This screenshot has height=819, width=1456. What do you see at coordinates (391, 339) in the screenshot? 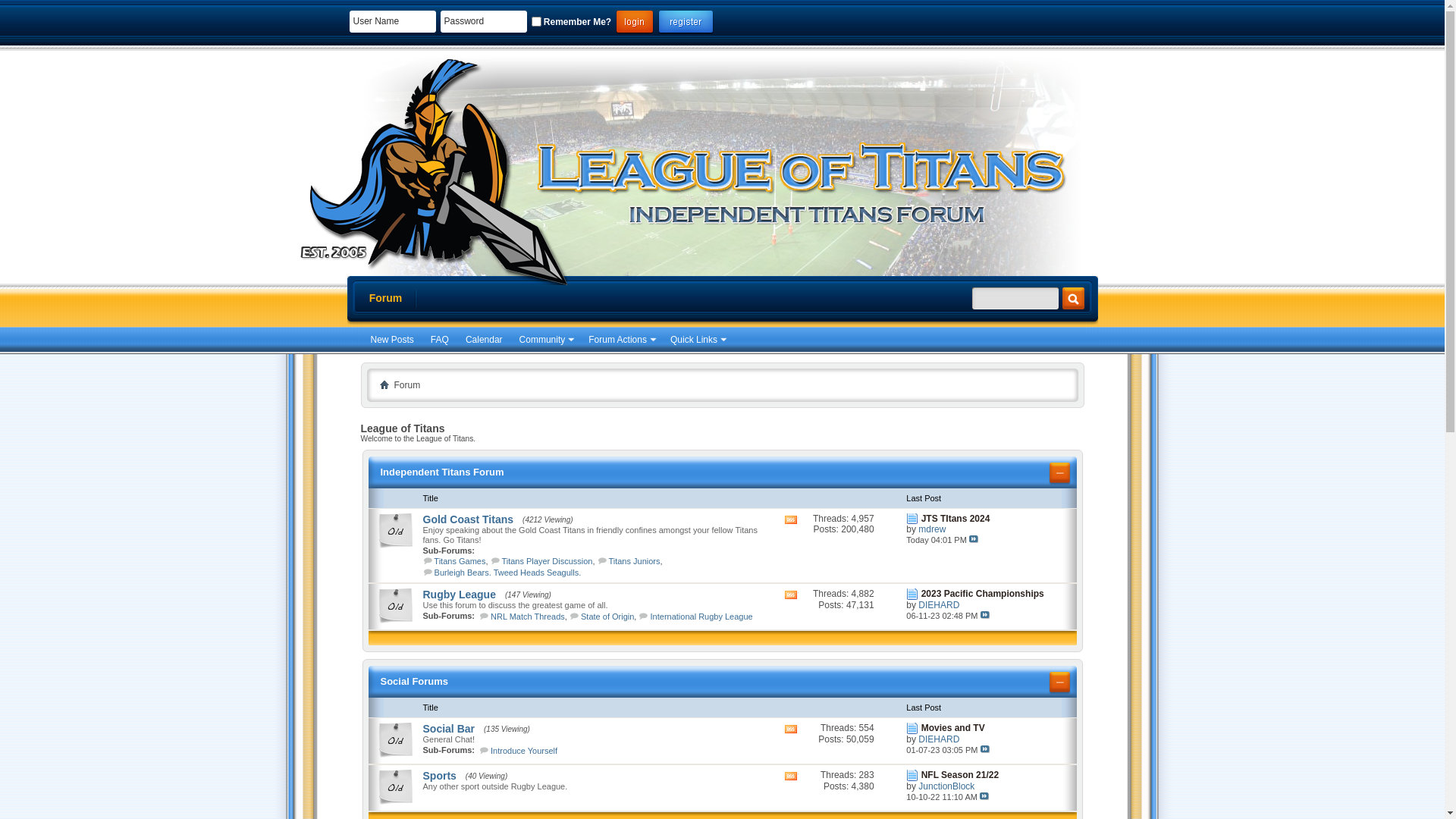
I see `'New Posts'` at bounding box center [391, 339].